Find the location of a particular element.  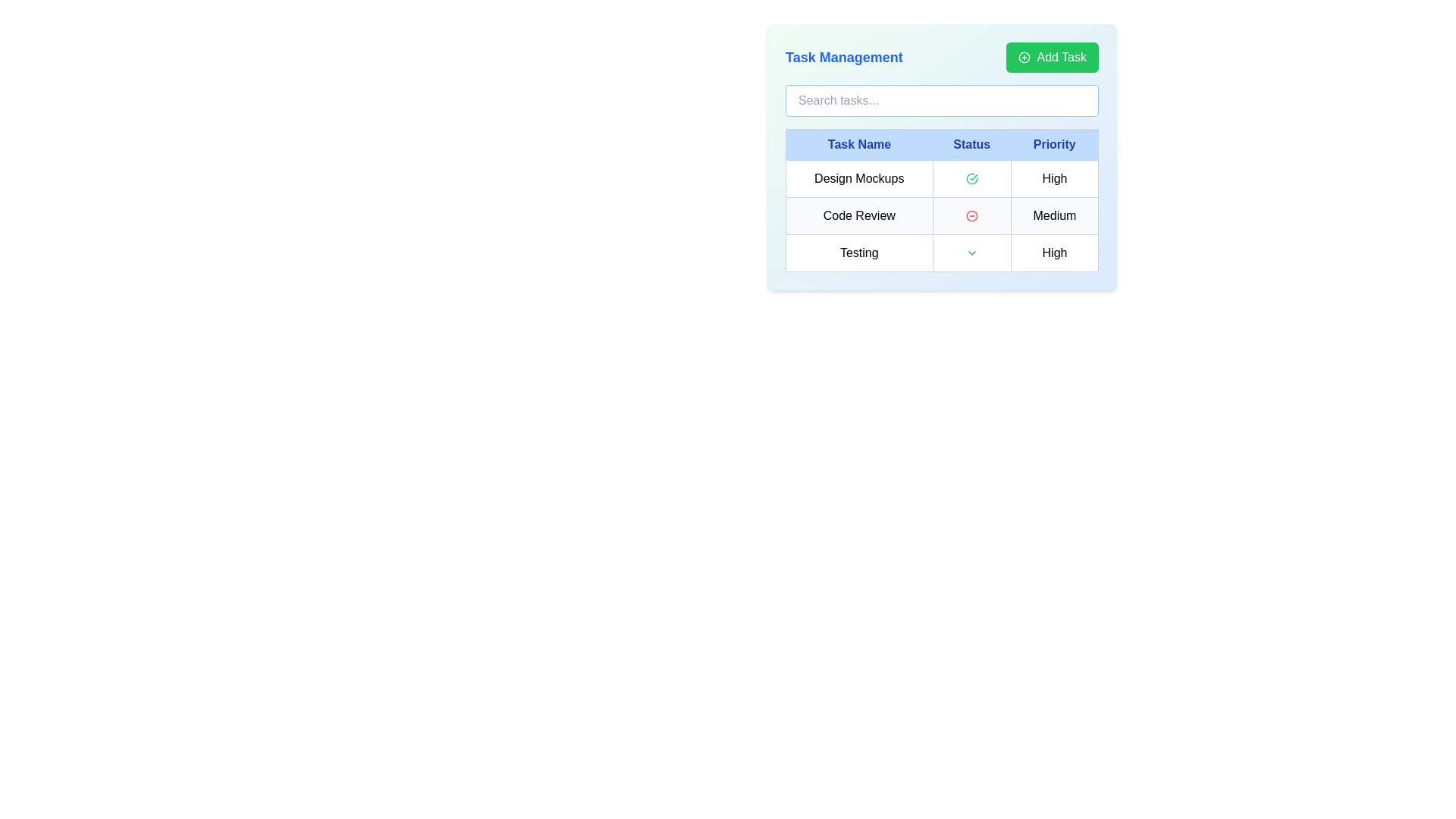

the non-interactive circular SVG element located in the top-right corner of the interface, which is part of the 'Add Task' button is located at coordinates (1025, 57).